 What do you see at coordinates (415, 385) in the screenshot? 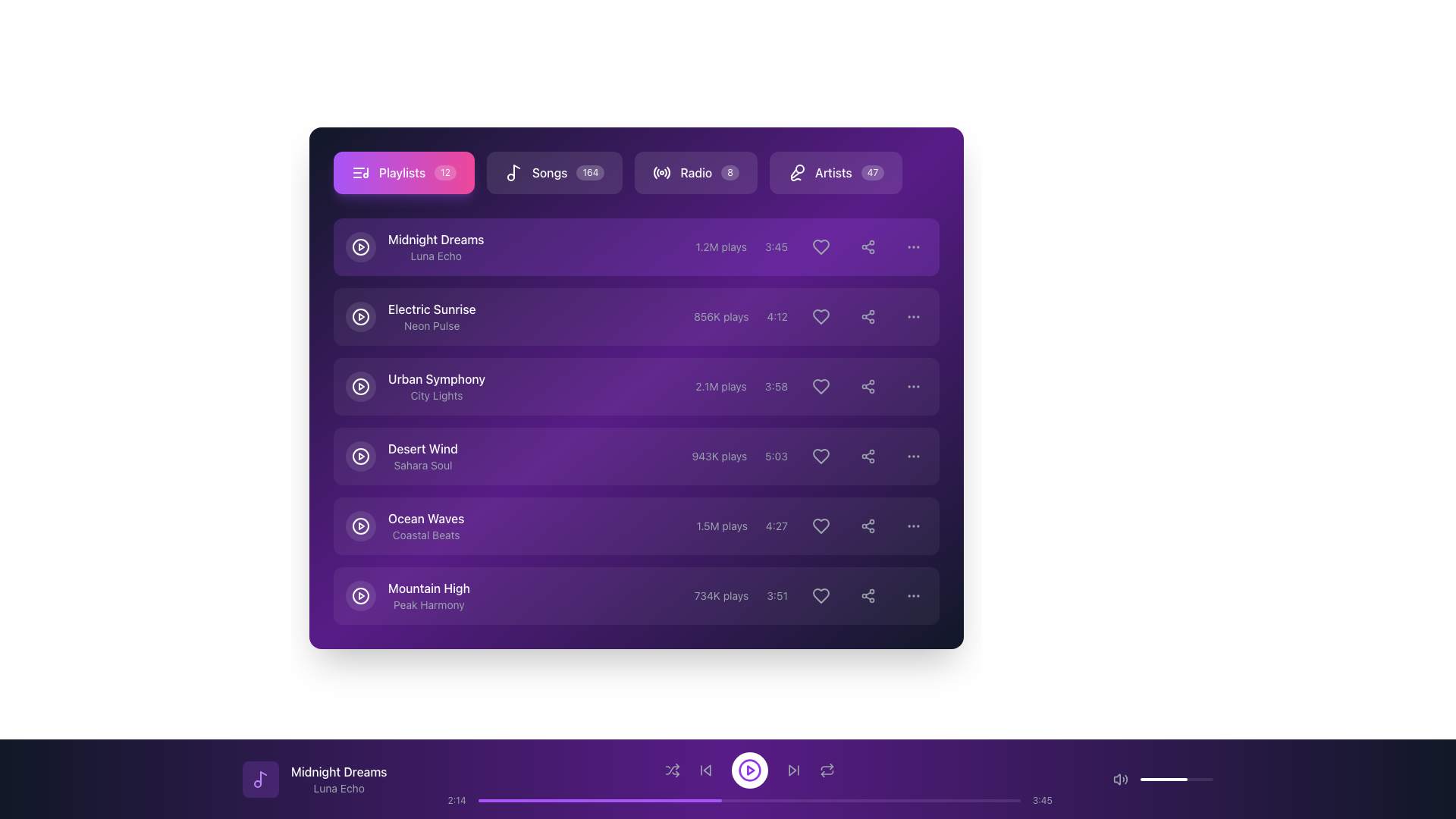
I see `the playlist item 'Urban Symphony' with the subtitle 'City Lights'` at bounding box center [415, 385].